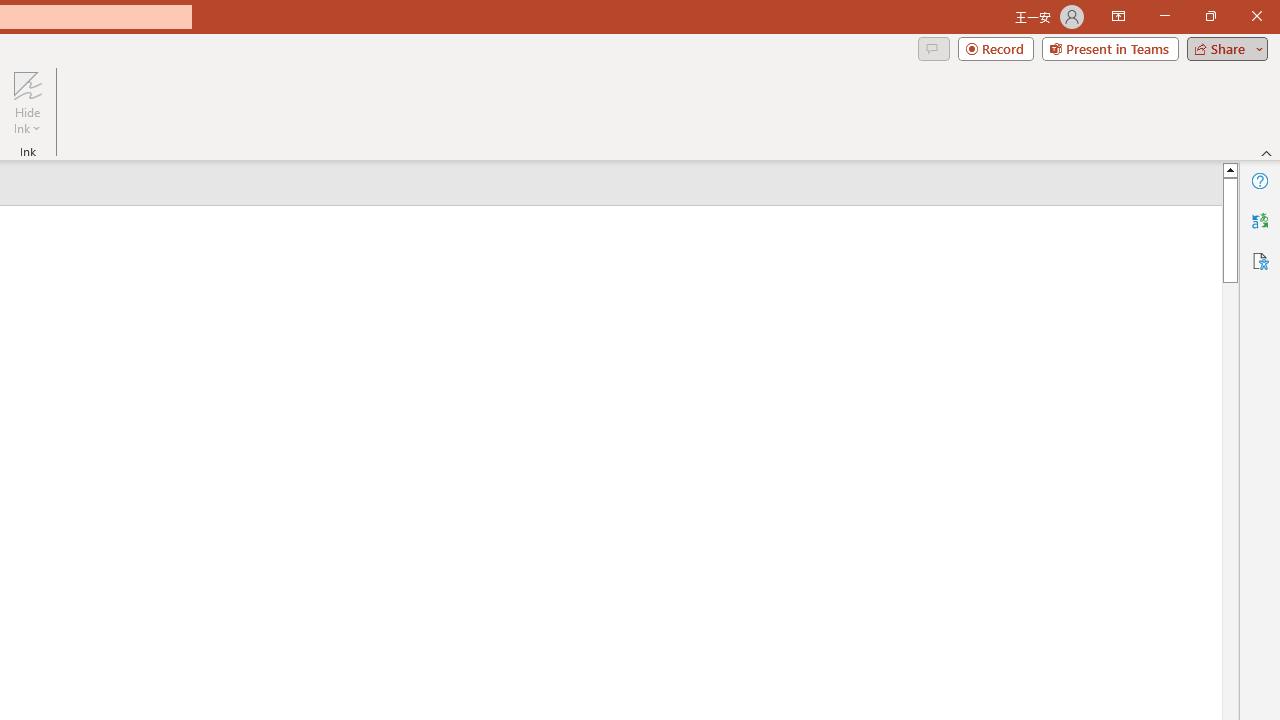 The image size is (1280, 720). What do you see at coordinates (27, 84) in the screenshot?
I see `'Hide Ink'` at bounding box center [27, 84].